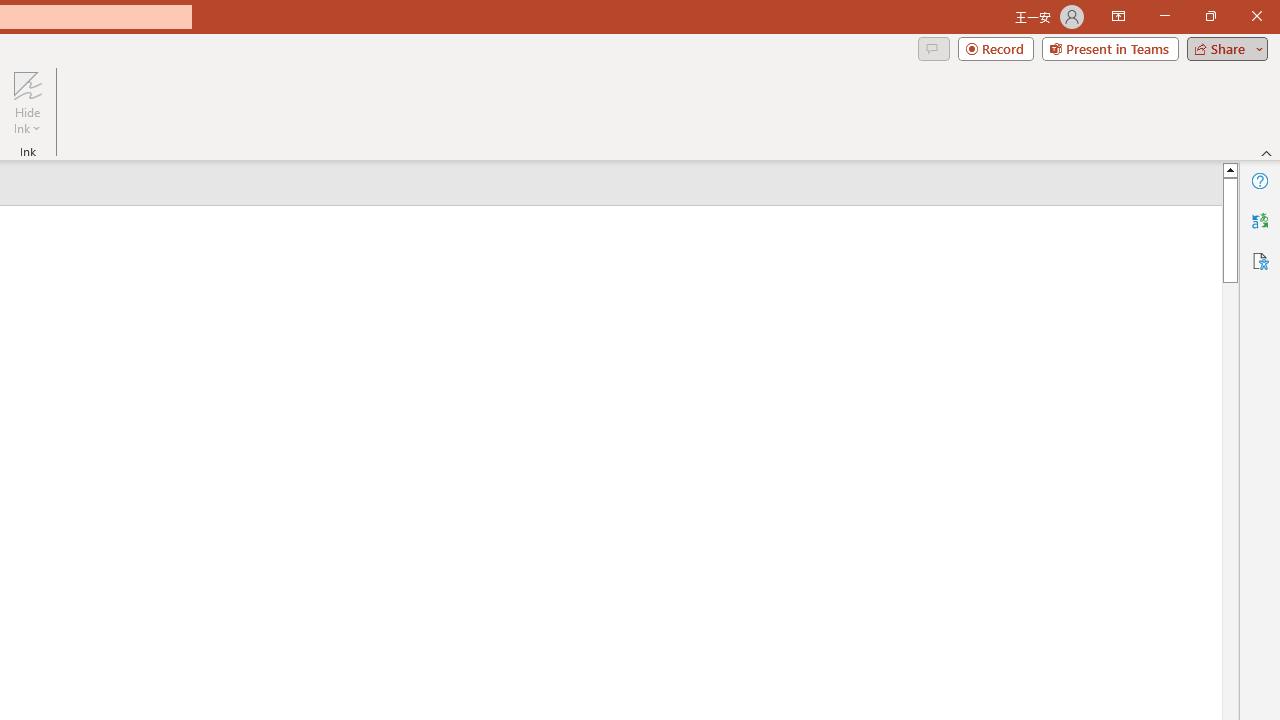 The image size is (1280, 720). What do you see at coordinates (27, 84) in the screenshot?
I see `'Hide Ink'` at bounding box center [27, 84].